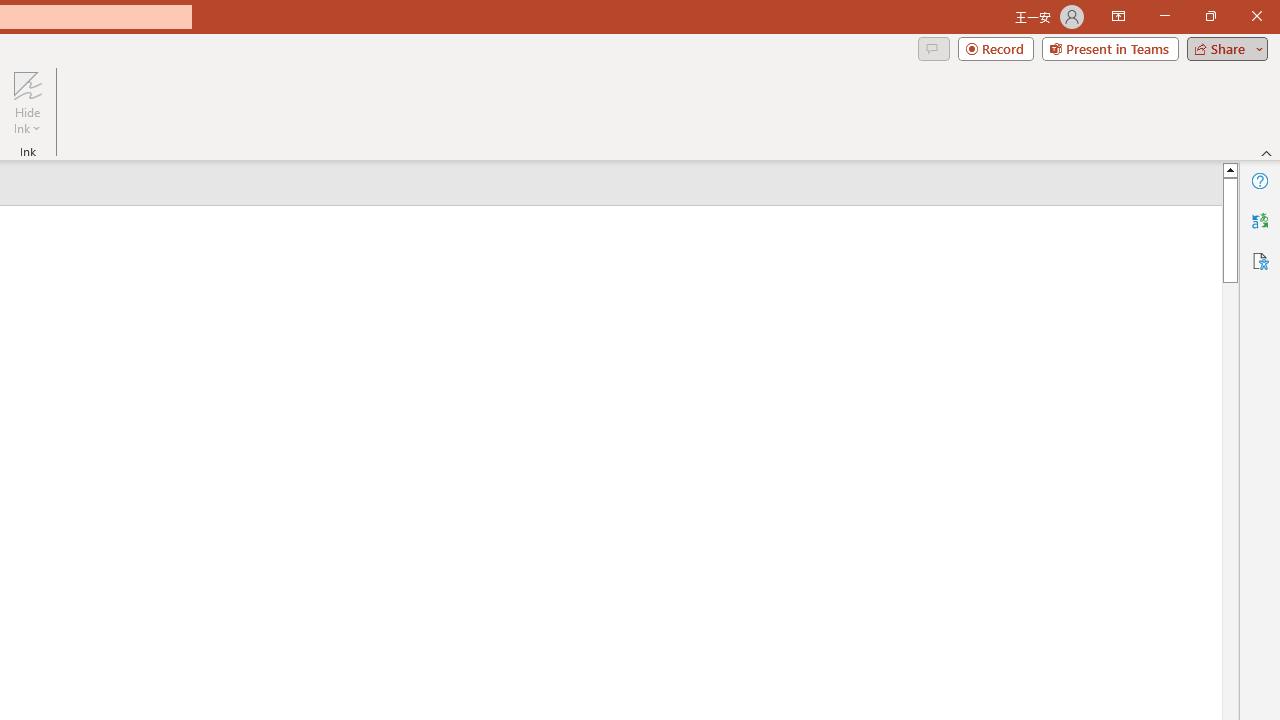 The image size is (1280, 720). What do you see at coordinates (27, 84) in the screenshot?
I see `'Hide Ink'` at bounding box center [27, 84].